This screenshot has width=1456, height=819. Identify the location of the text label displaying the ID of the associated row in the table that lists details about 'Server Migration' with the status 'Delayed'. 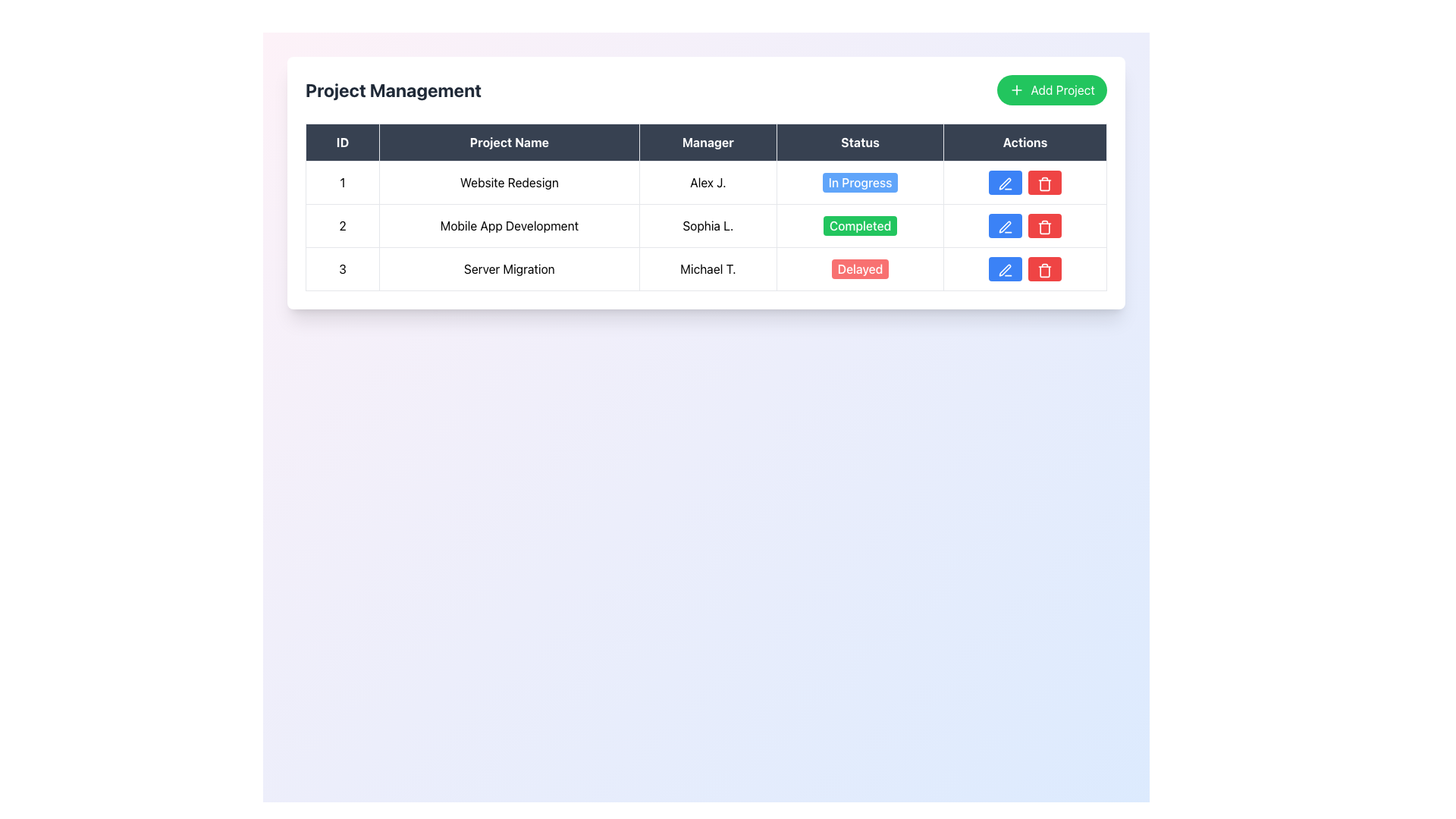
(341, 268).